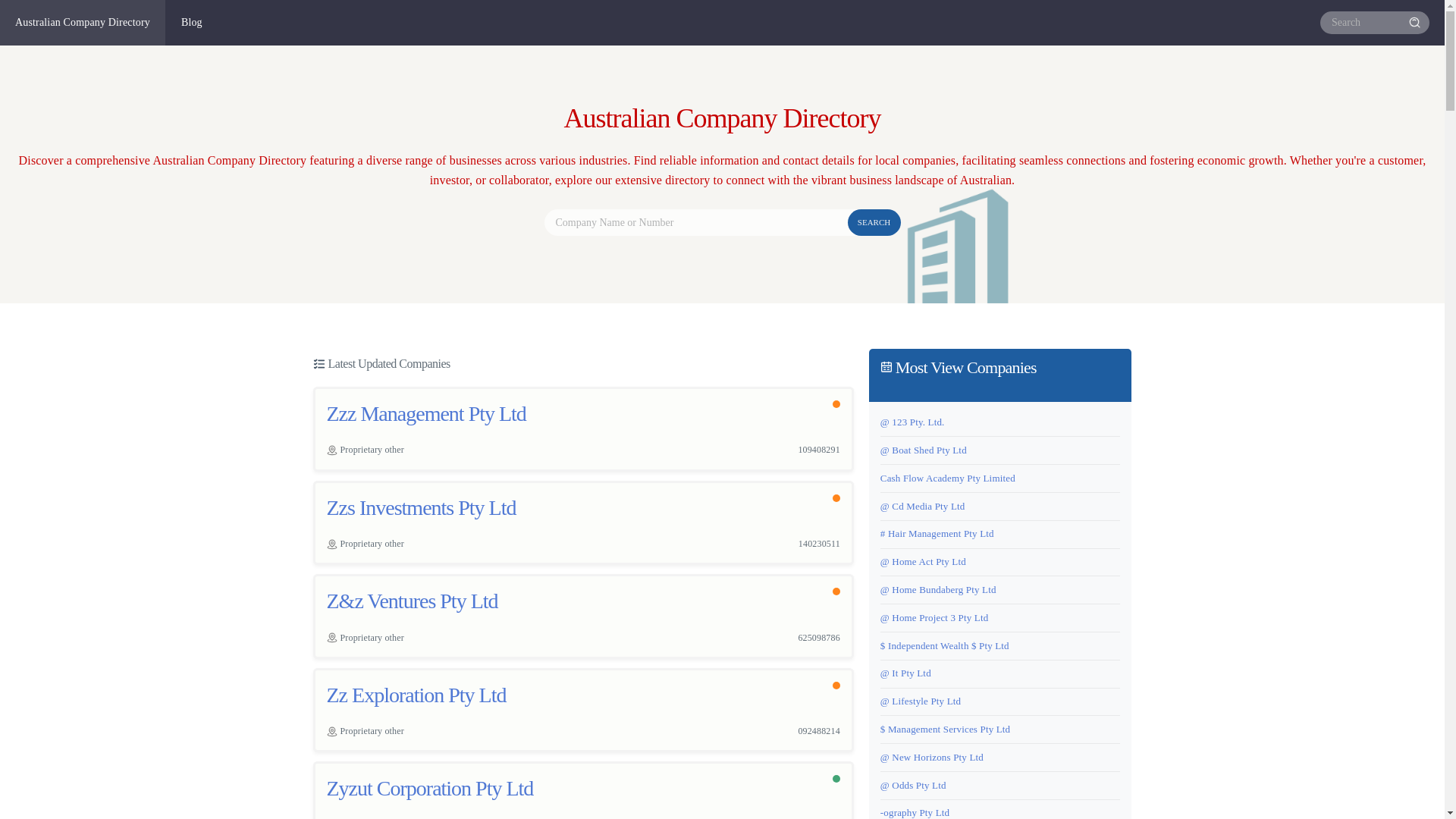 The image size is (1456, 819). Describe the element at coordinates (880, 645) in the screenshot. I see `'$ Independent Wealth $ Pty Ltd'` at that location.